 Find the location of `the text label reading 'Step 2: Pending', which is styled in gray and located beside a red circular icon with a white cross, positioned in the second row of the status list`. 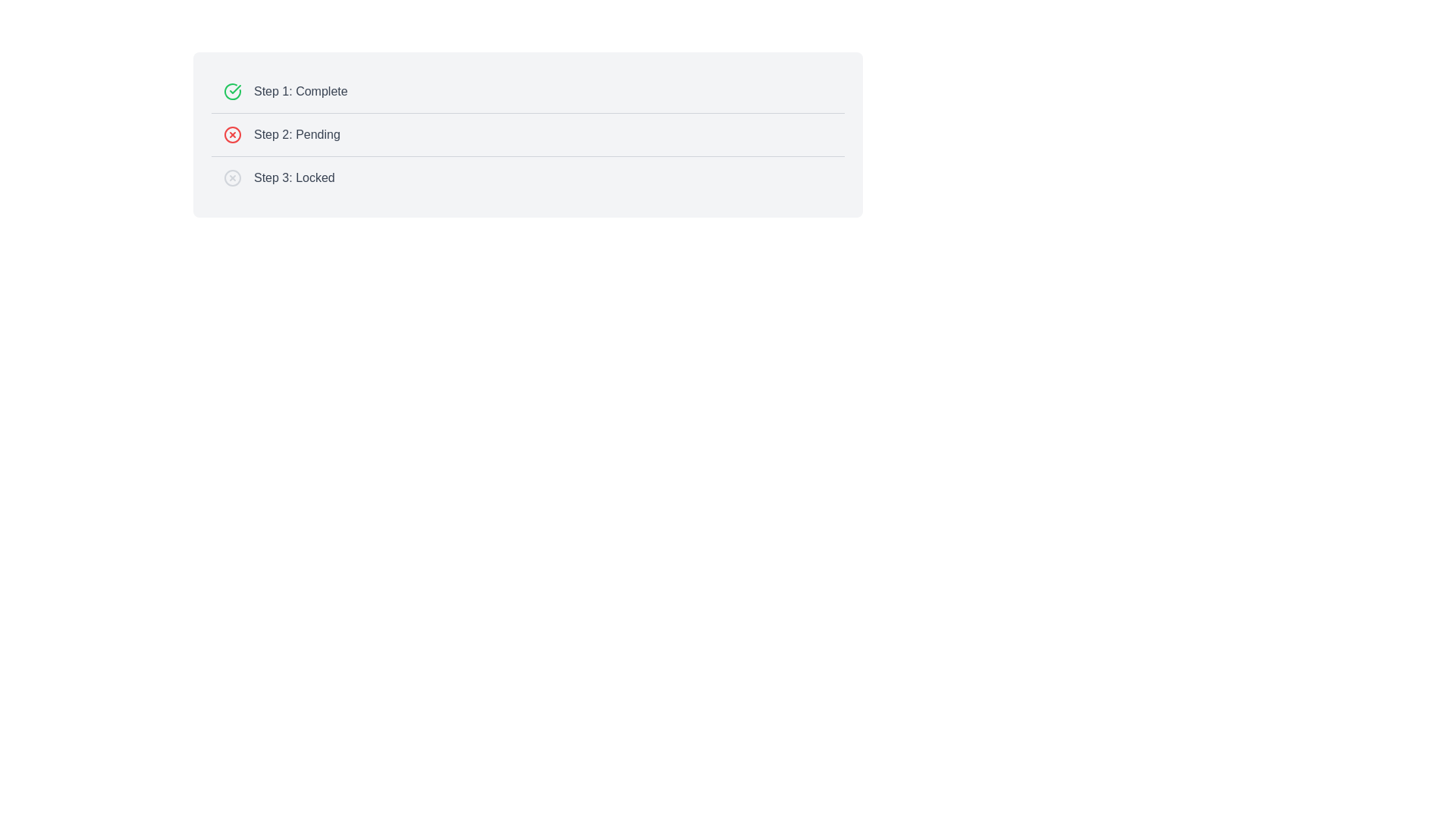

the text label reading 'Step 2: Pending', which is styled in gray and located beside a red circular icon with a white cross, positioned in the second row of the status list is located at coordinates (297, 133).